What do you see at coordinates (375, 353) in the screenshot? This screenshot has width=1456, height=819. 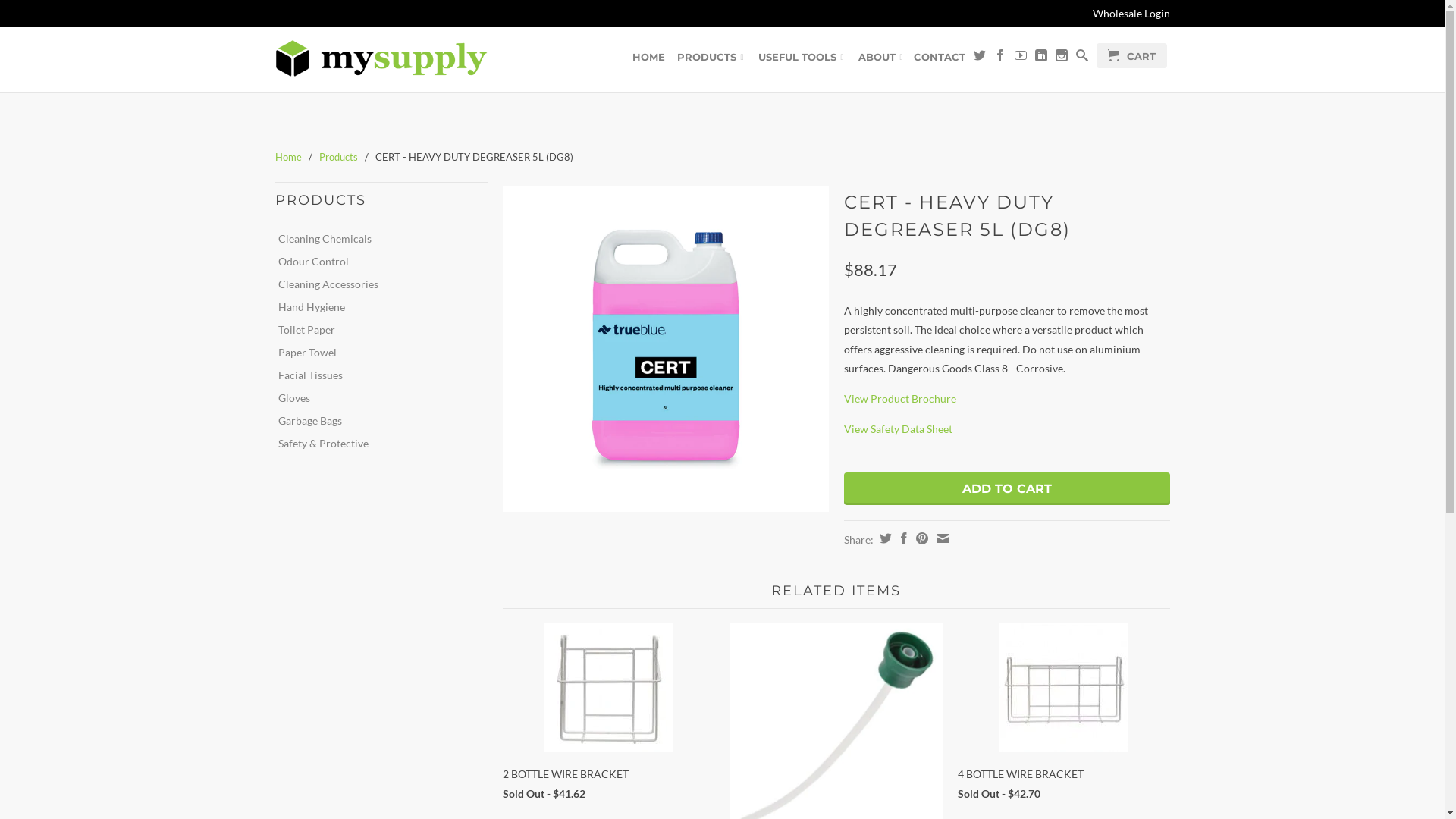 I see `'Paper Towel'` at bounding box center [375, 353].